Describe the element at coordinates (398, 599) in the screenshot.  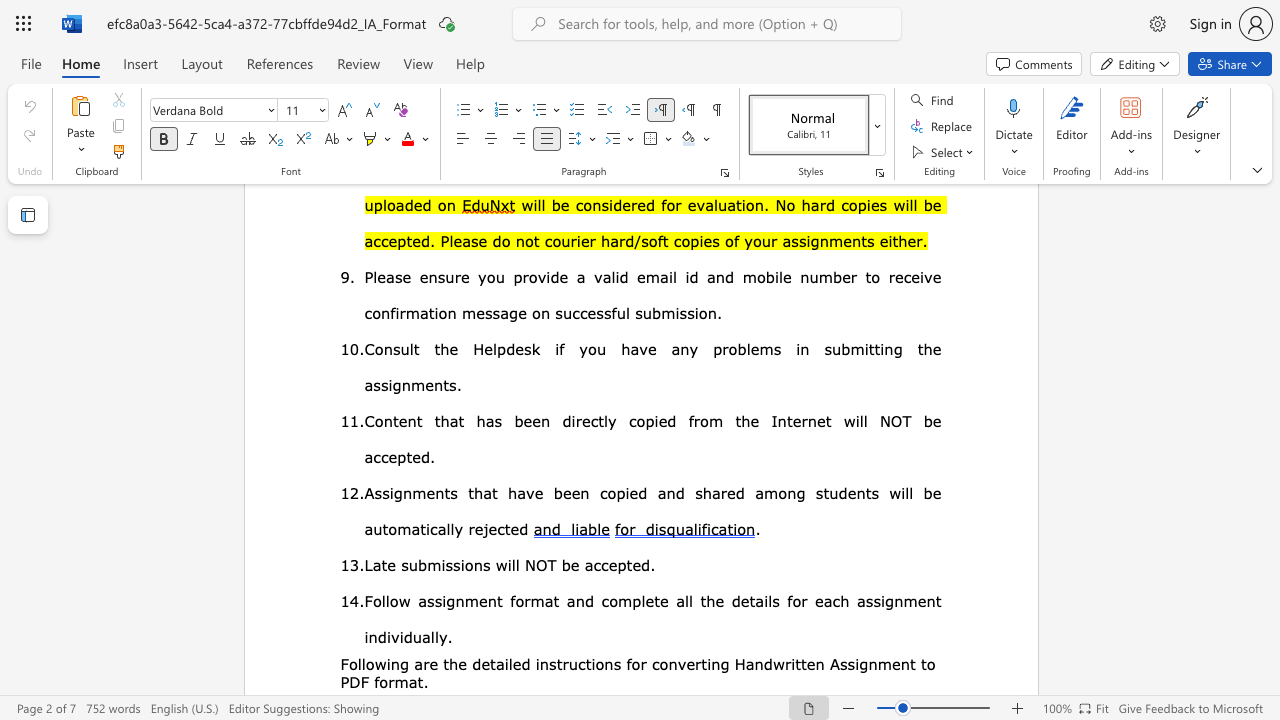
I see `the subset text "w assignm" within the text "Follow assignment format and complete all the details for each assignment individually."` at that location.